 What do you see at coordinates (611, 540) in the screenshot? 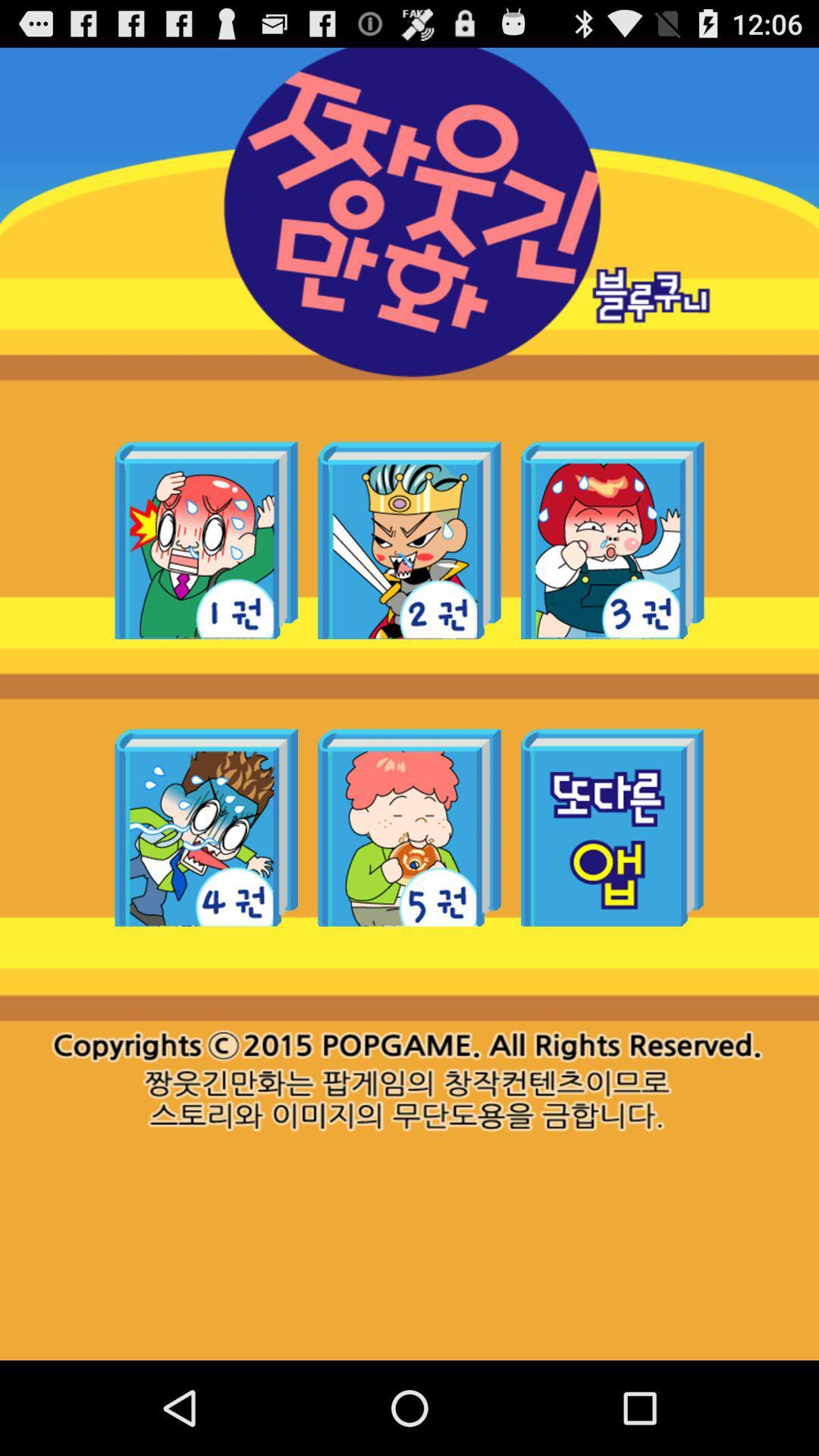
I see `the game` at bounding box center [611, 540].